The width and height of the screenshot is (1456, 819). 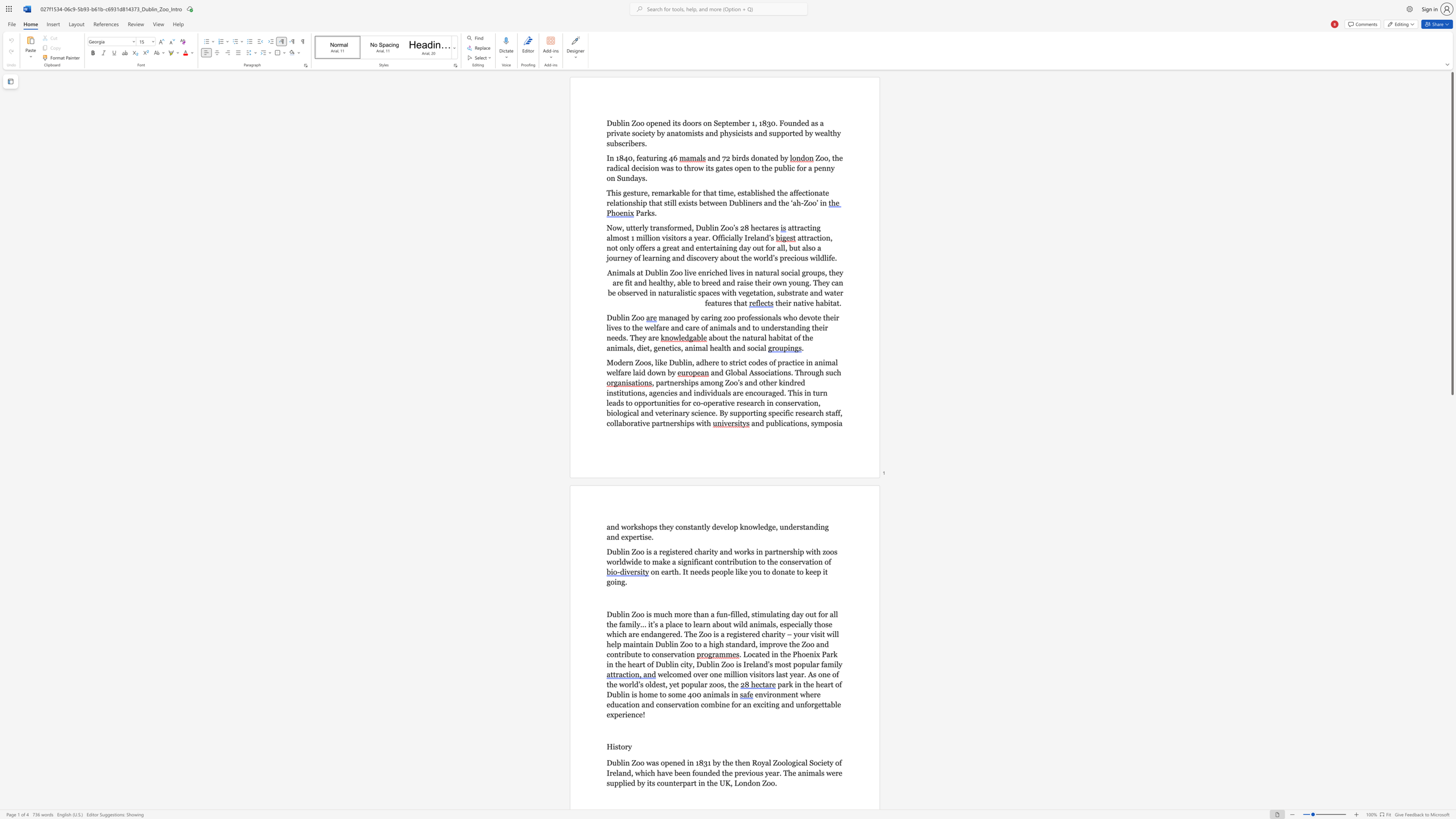 What do you see at coordinates (757, 772) in the screenshot?
I see `the 3th character "u" in the text` at bounding box center [757, 772].